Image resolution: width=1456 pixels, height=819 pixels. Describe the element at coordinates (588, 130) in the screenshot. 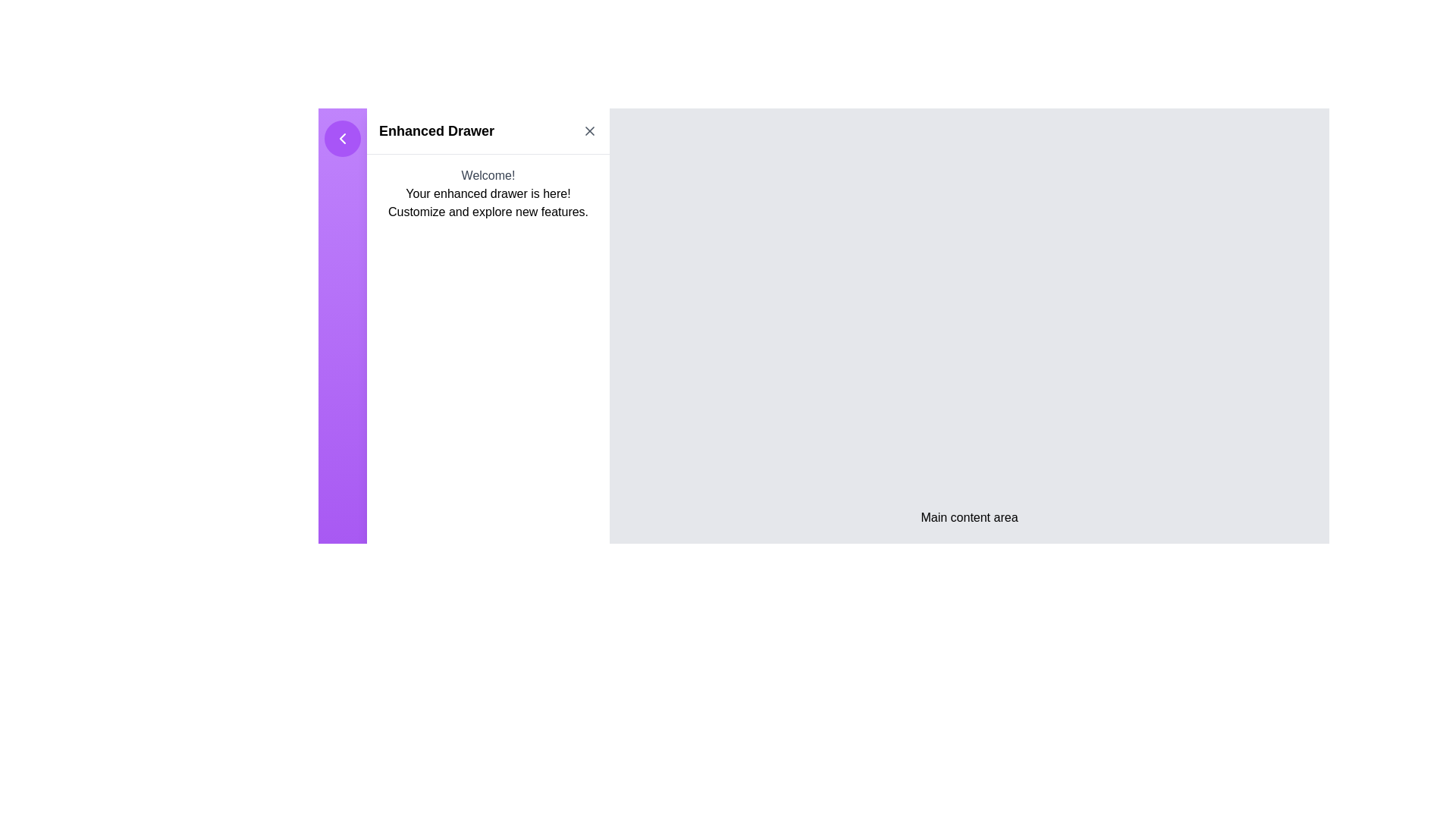

I see `the close button located on the right side of the top header bar of the Enhanced Drawer interface` at that location.